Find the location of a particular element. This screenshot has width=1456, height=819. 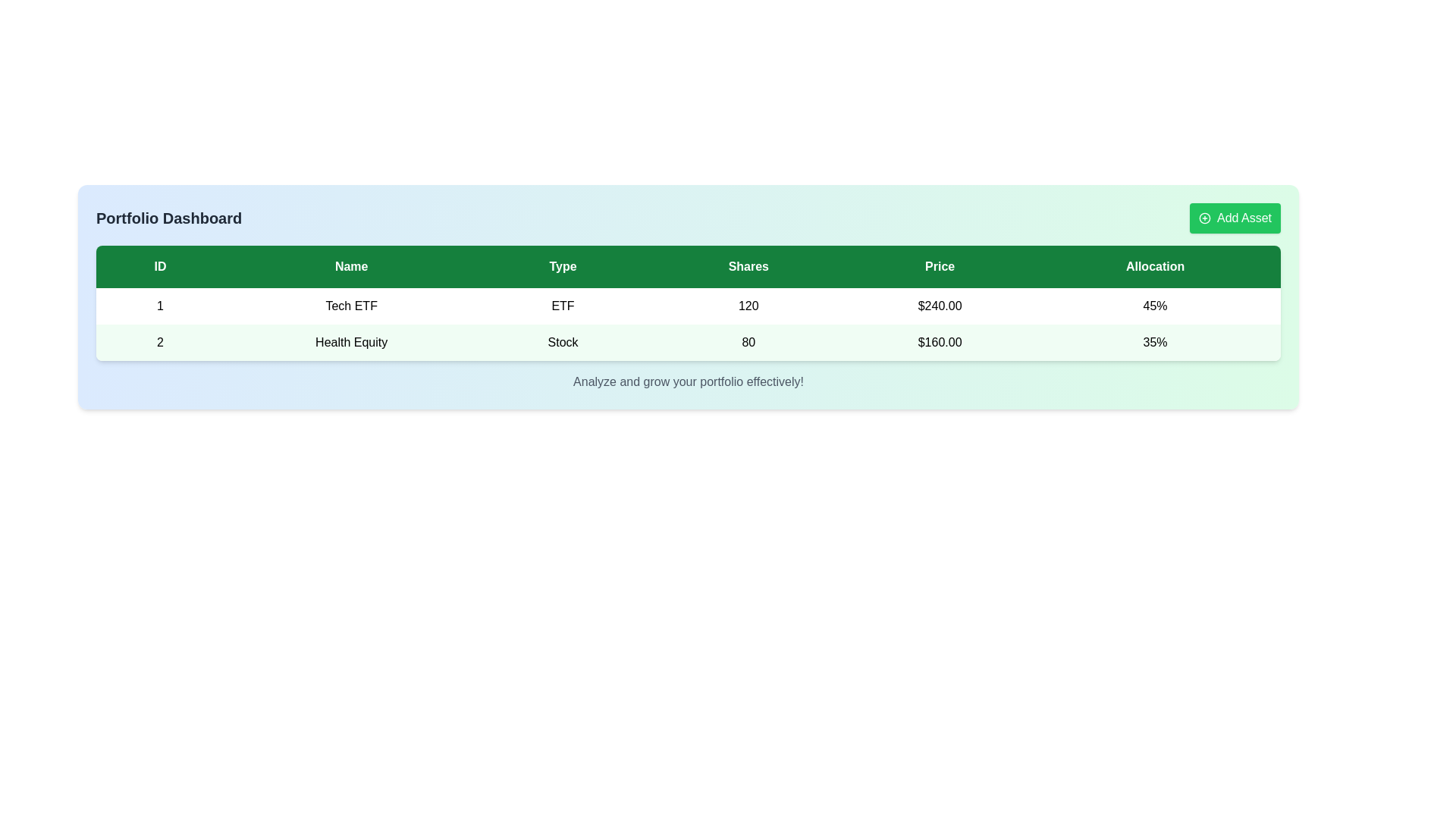

the text label displaying 'ETF' located in the first row of the table under the 'Type' column is located at coordinates (562, 306).